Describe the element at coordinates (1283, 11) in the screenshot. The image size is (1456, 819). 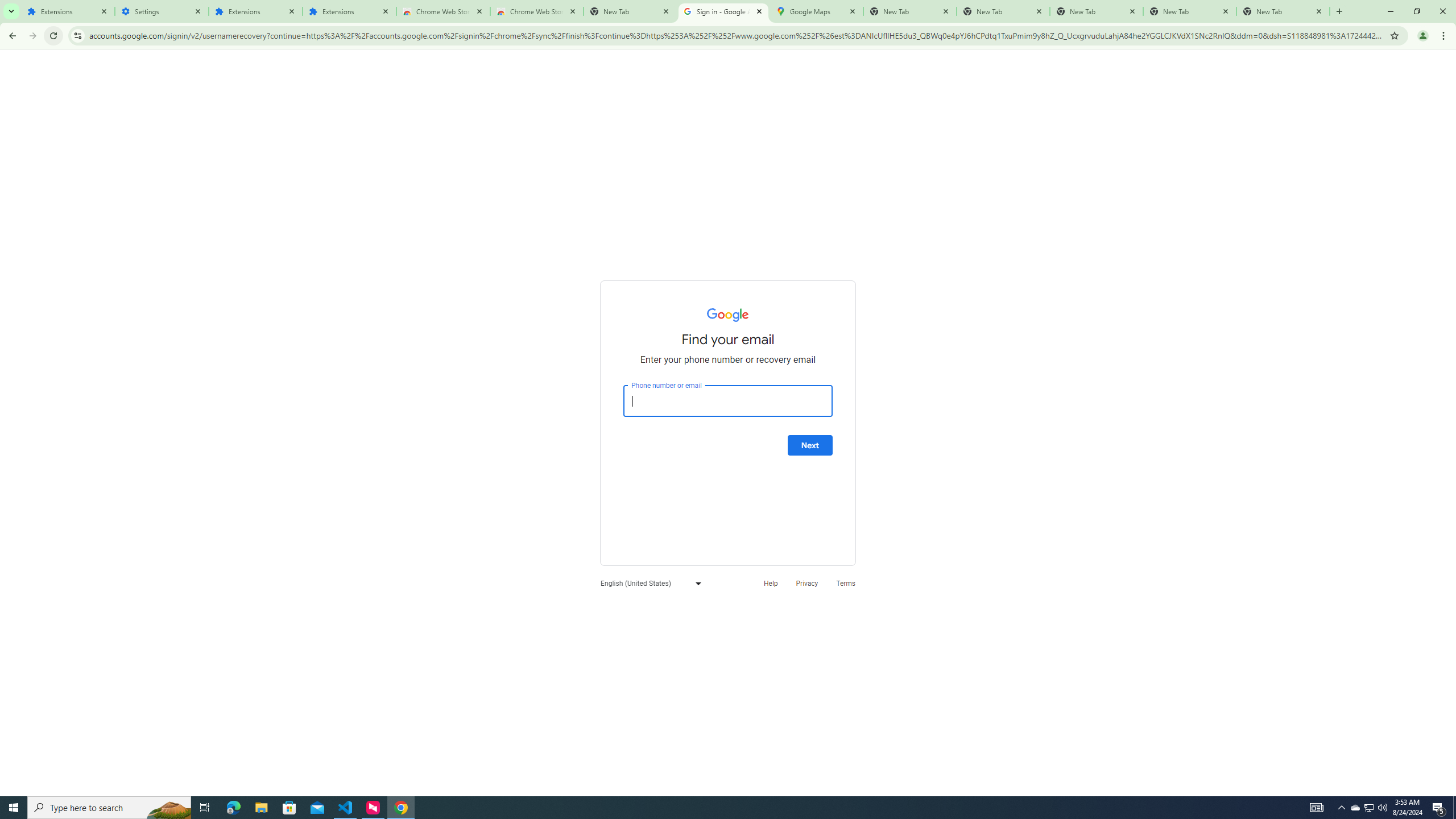
I see `'New Tab'` at that location.